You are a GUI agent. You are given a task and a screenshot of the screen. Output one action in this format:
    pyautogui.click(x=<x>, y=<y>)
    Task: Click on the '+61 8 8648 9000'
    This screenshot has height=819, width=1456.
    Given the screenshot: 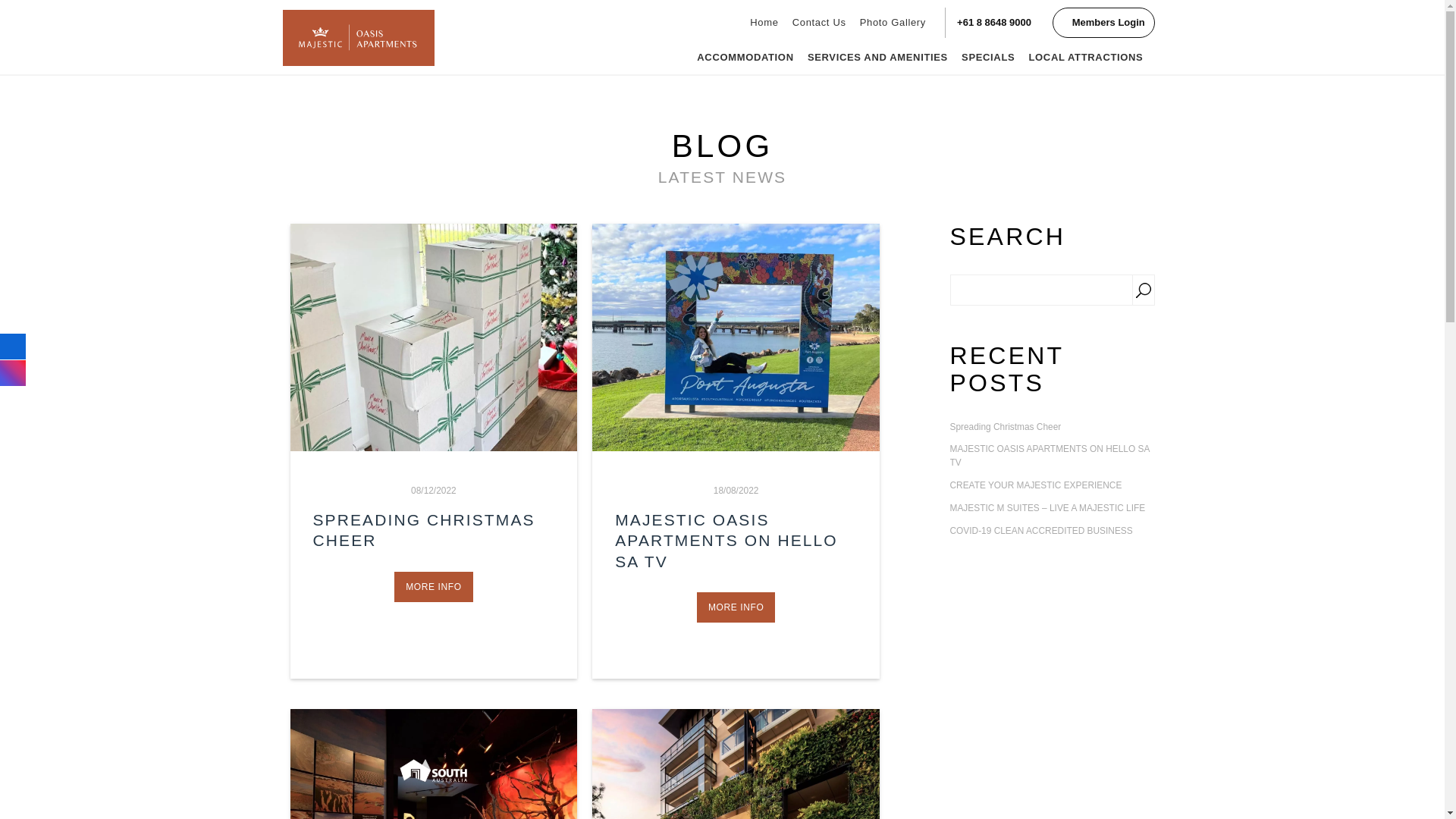 What is the action you would take?
    pyautogui.click(x=993, y=23)
    